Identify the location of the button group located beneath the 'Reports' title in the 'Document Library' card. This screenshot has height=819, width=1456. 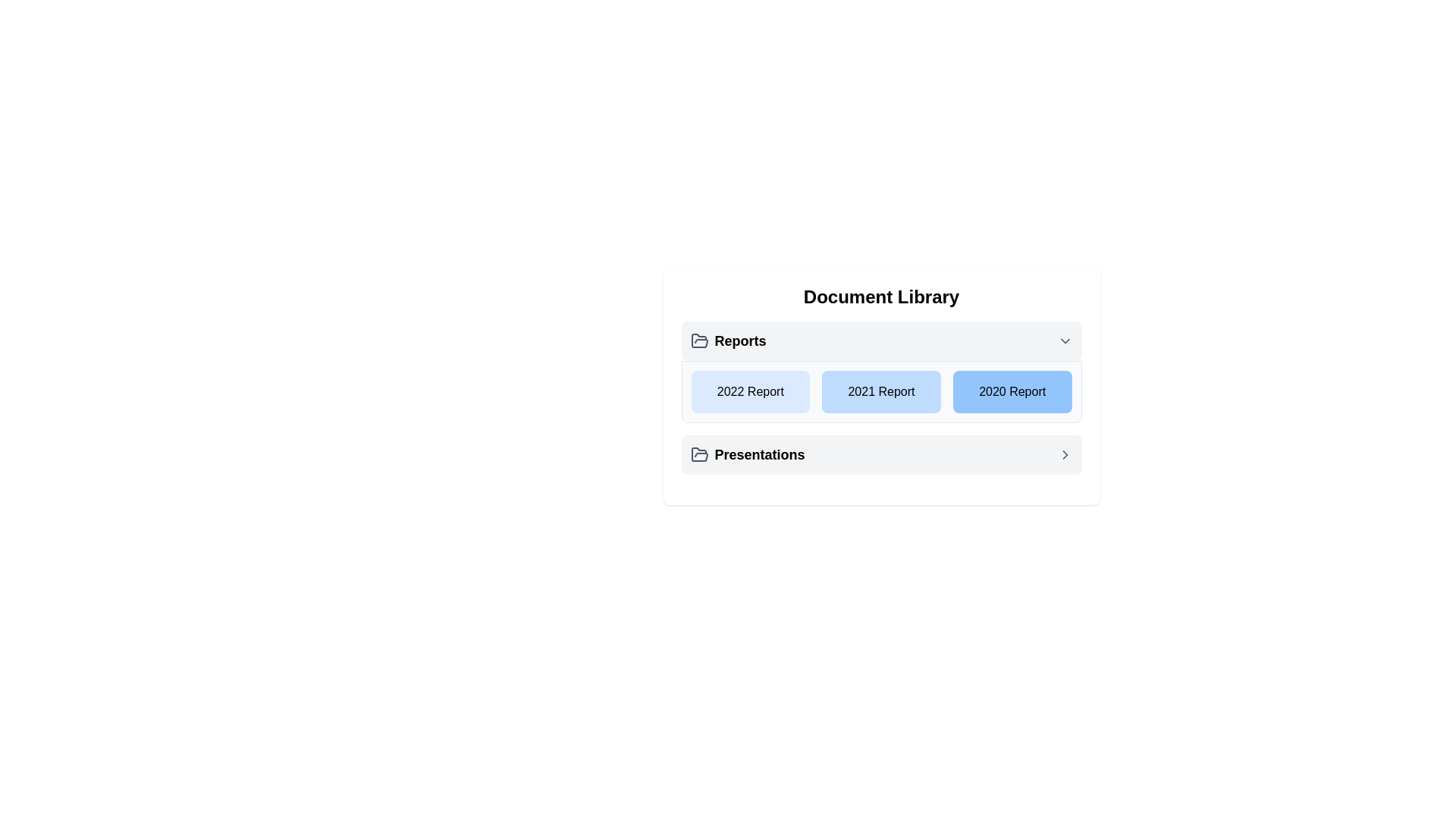
(881, 391).